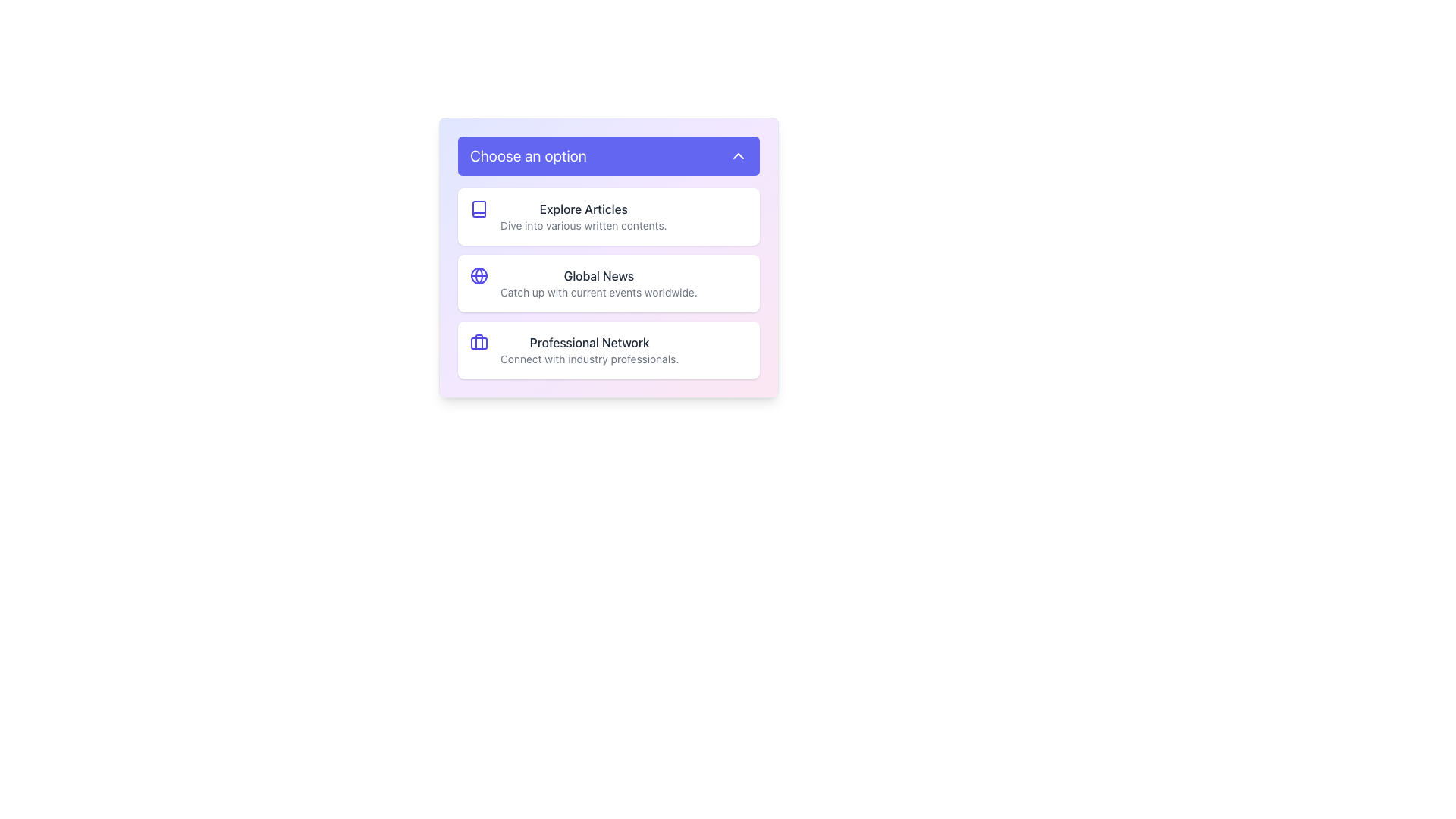 Image resolution: width=1456 pixels, height=819 pixels. I want to click on the chevron icon located at the far-right side of the 'Choose an option' button, so click(739, 155).